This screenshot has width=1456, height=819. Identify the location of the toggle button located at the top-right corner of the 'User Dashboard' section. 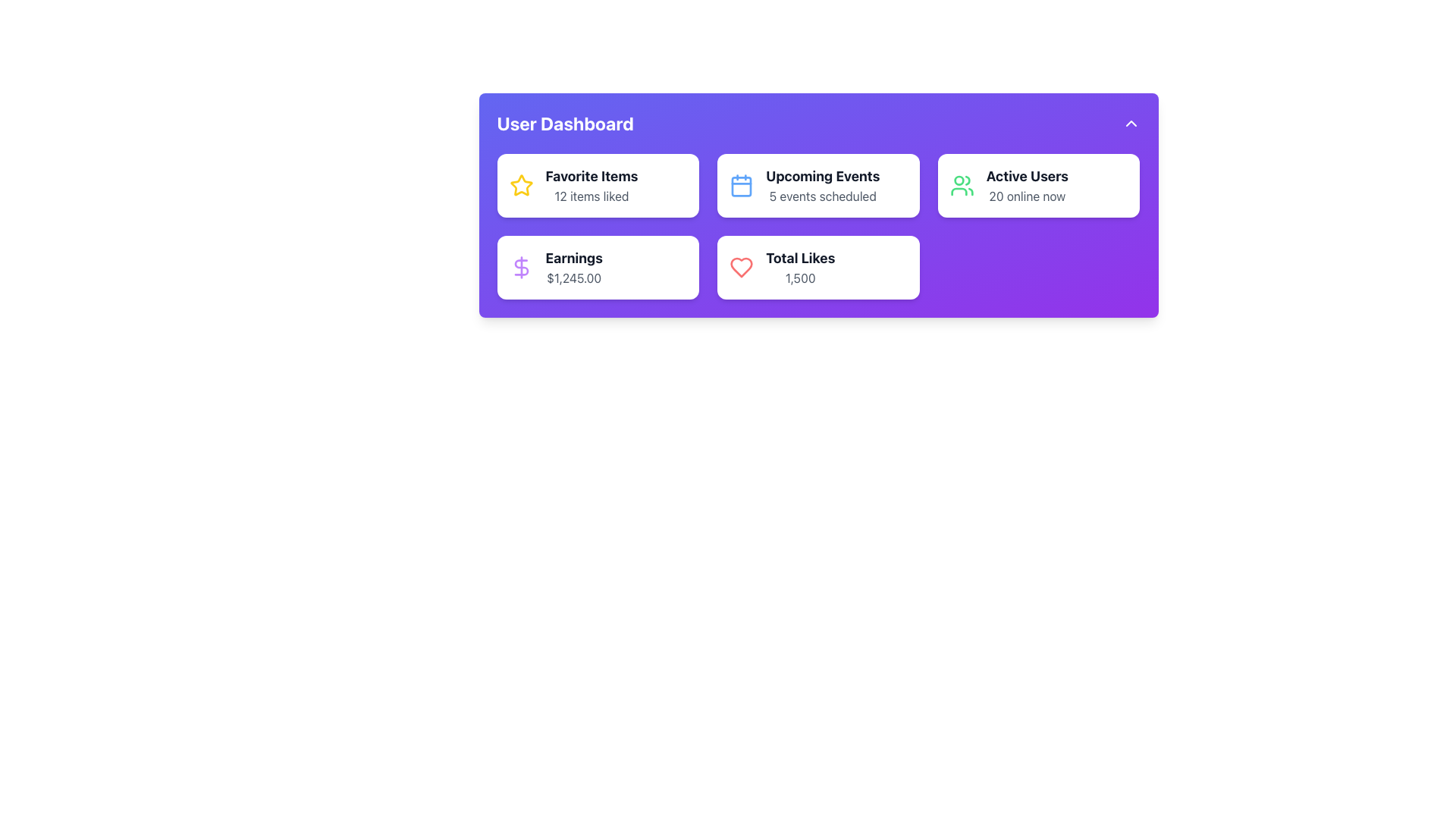
(1131, 122).